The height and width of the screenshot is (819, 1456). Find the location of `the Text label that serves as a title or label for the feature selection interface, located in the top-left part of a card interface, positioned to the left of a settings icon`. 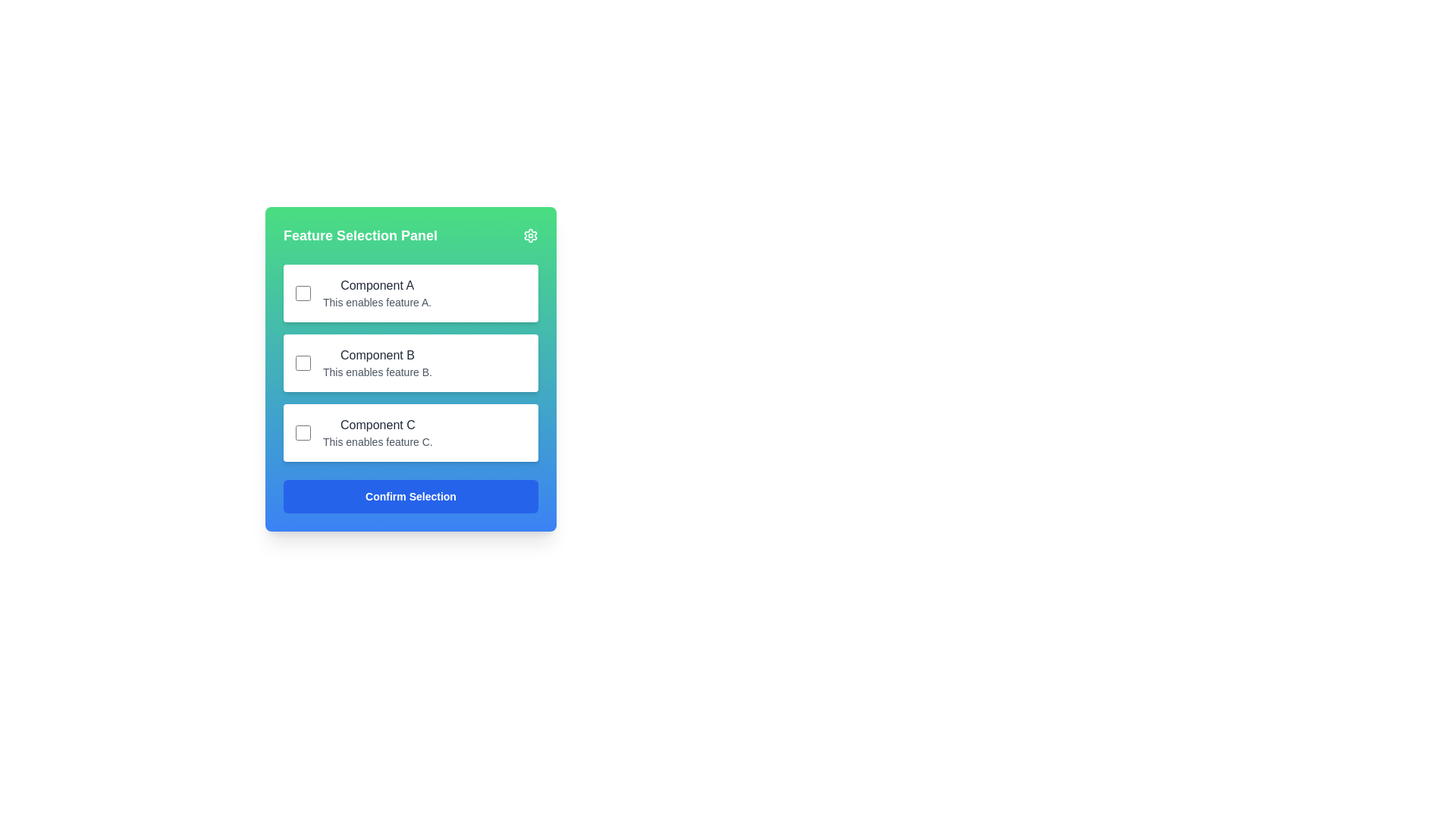

the Text label that serves as a title or label for the feature selection interface, located in the top-left part of a card interface, positioned to the left of a settings icon is located at coordinates (359, 236).